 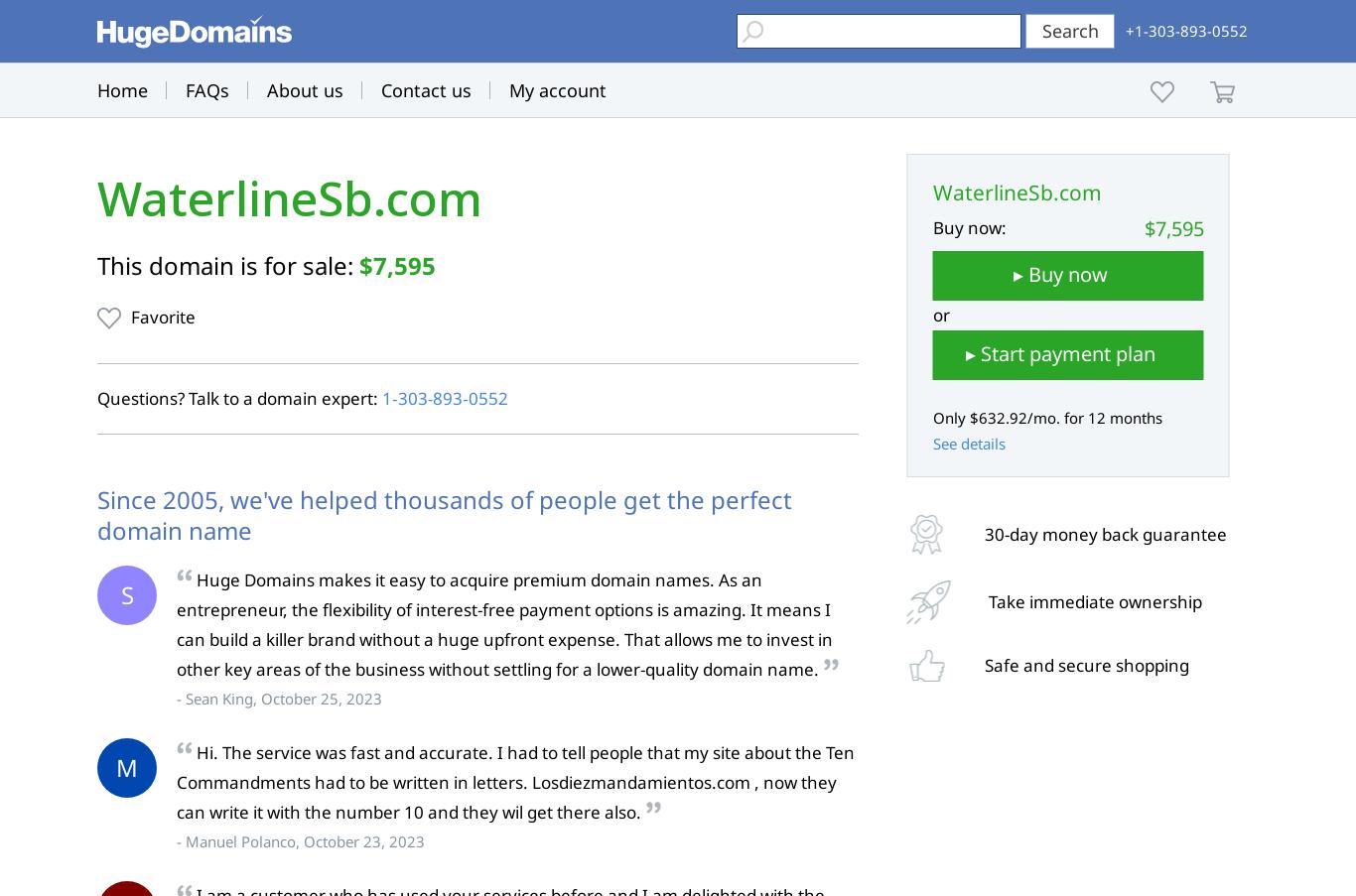 I want to click on 'Since 2005, we've helped thousands of people get the perfect domain name', so click(x=96, y=513).